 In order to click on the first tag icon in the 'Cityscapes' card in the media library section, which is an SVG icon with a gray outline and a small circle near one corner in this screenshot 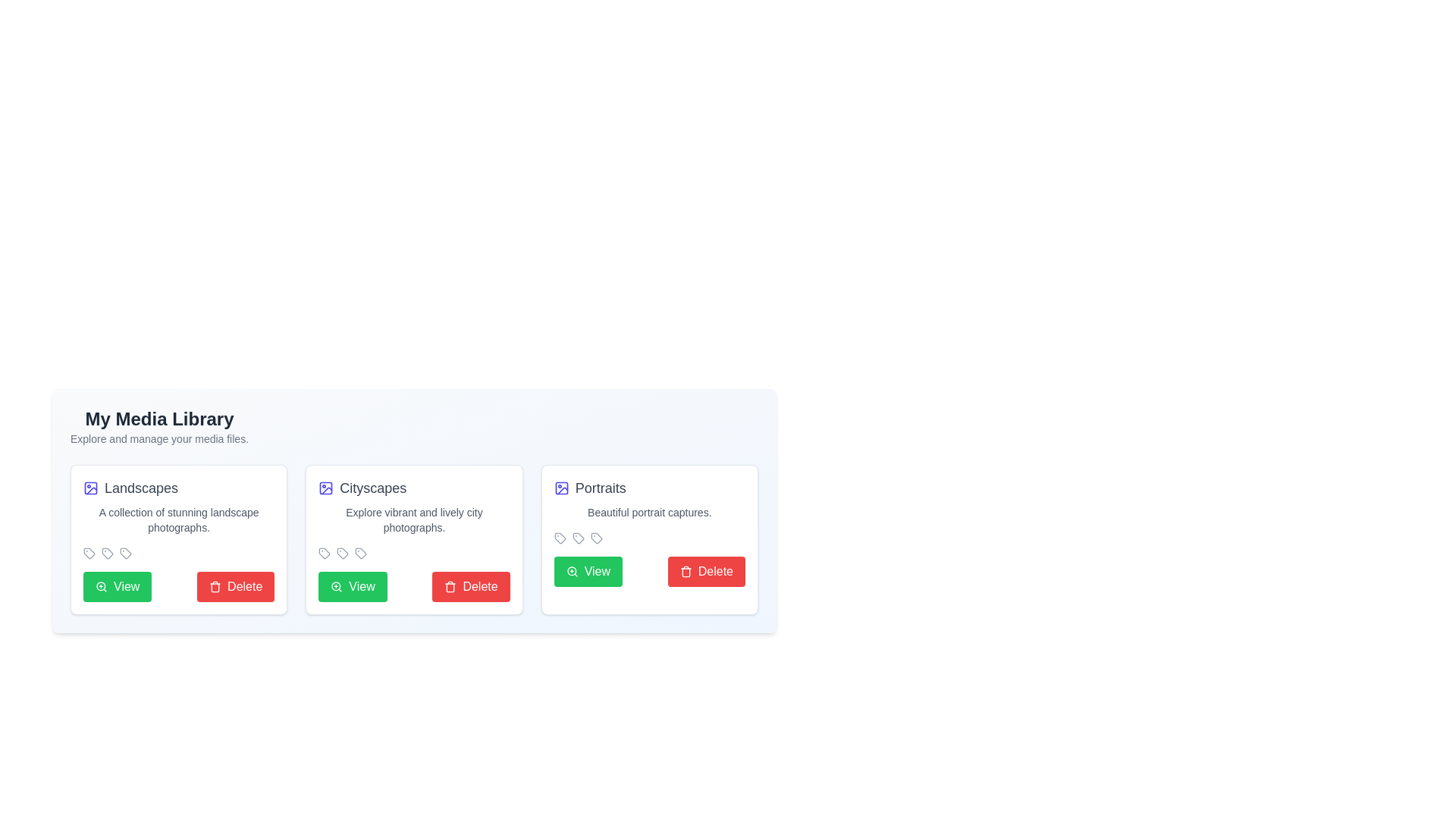, I will do `click(324, 553)`.